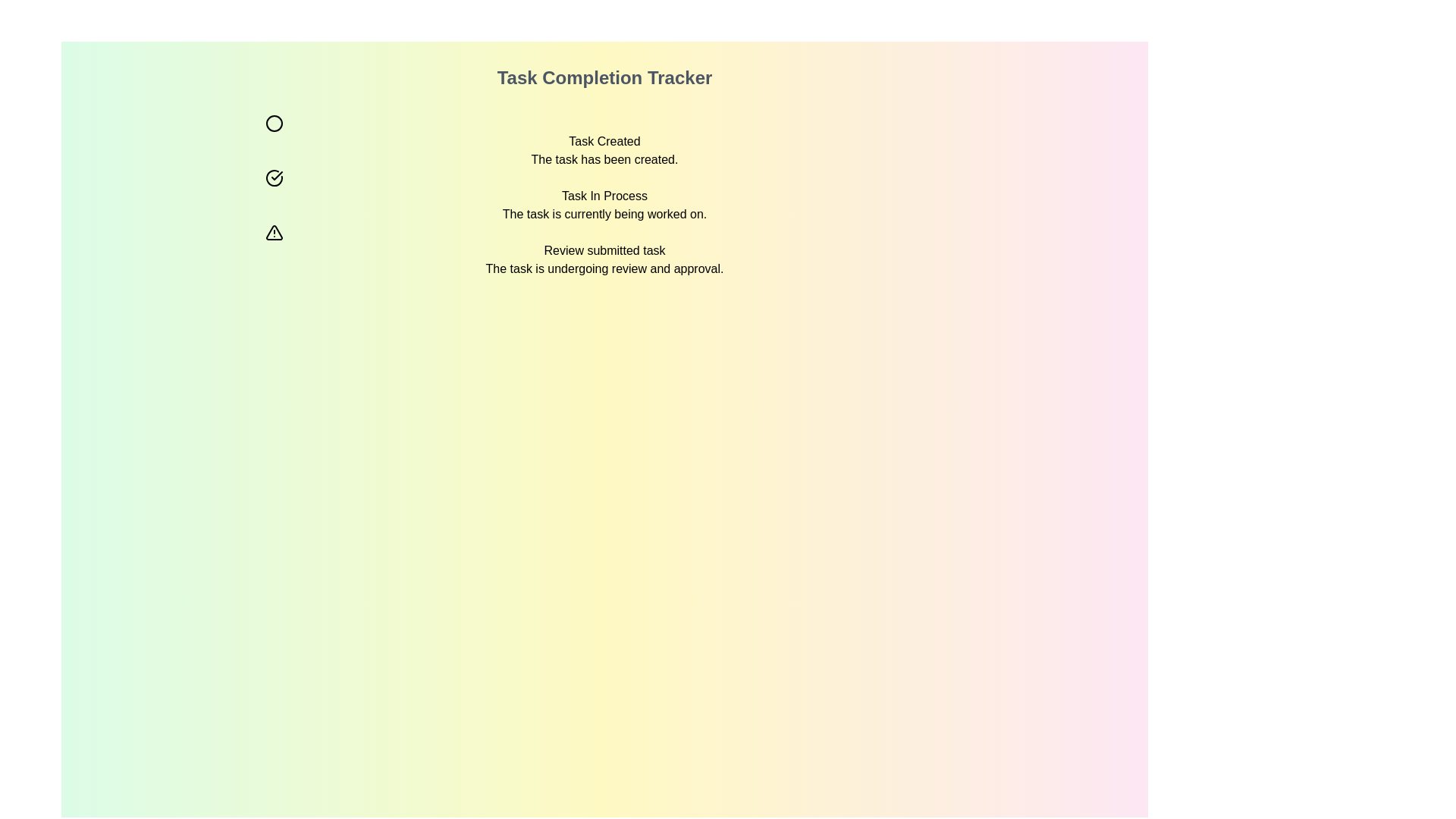  What do you see at coordinates (604, 195) in the screenshot?
I see `the text label stating 'Task In Process', which is bold and located below 'Task Completion Tracker' on a pastel background` at bounding box center [604, 195].